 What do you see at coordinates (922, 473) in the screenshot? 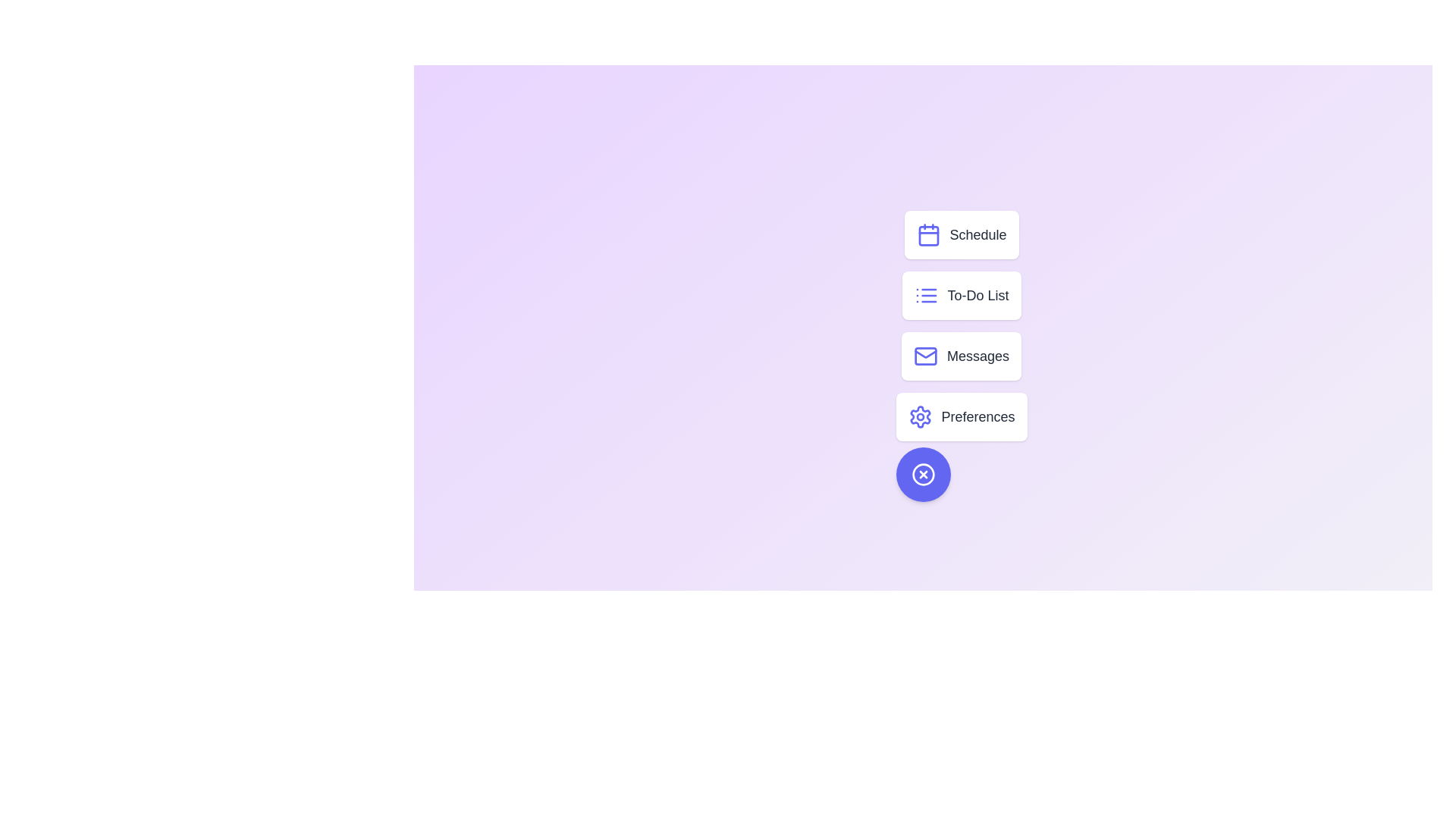
I see `the floating button to toggle the menu` at bounding box center [922, 473].